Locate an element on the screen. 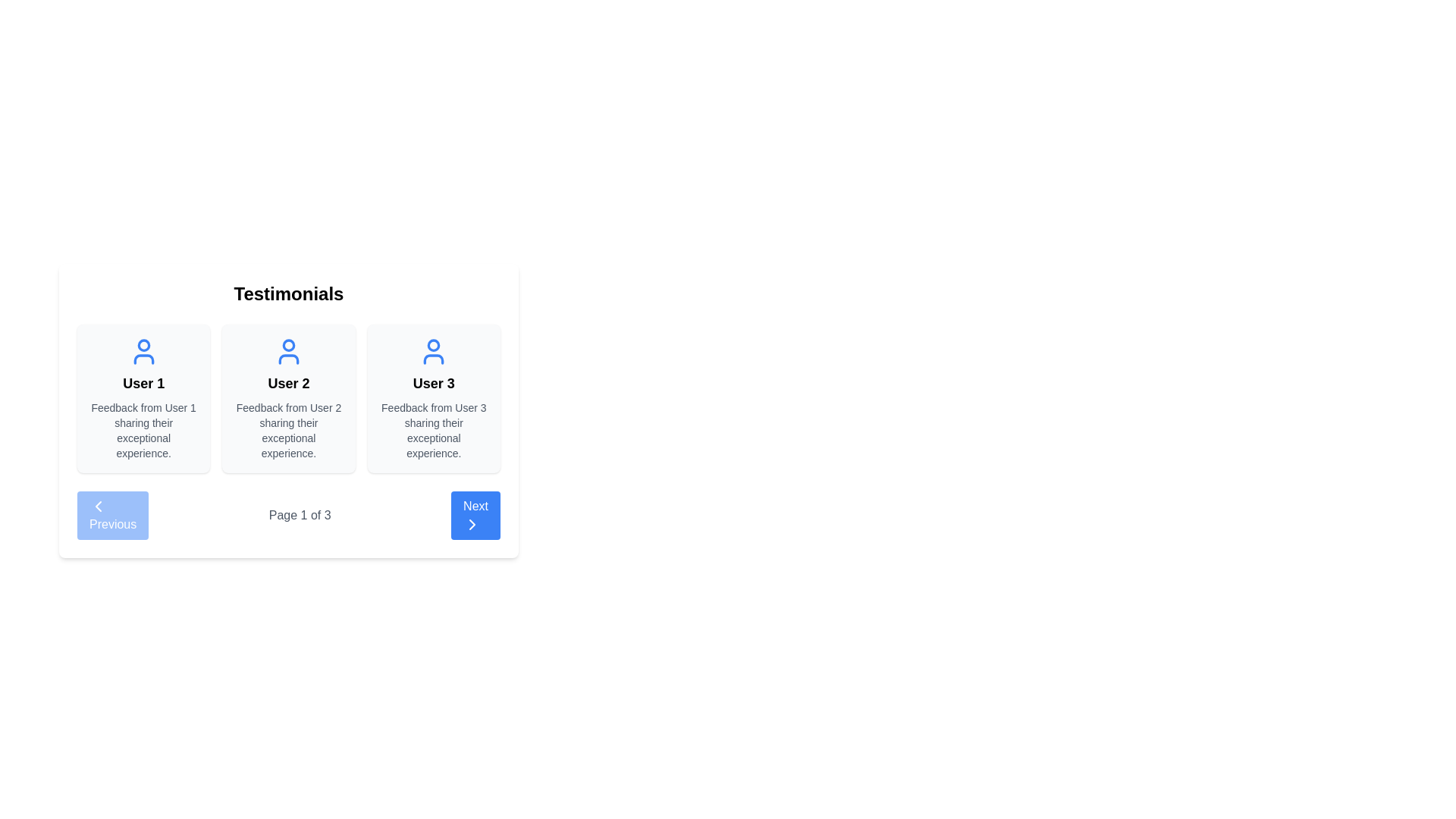  the Vector-based icon within the 'Next' button located at the bottom right corner of the page navigation section is located at coordinates (472, 523).